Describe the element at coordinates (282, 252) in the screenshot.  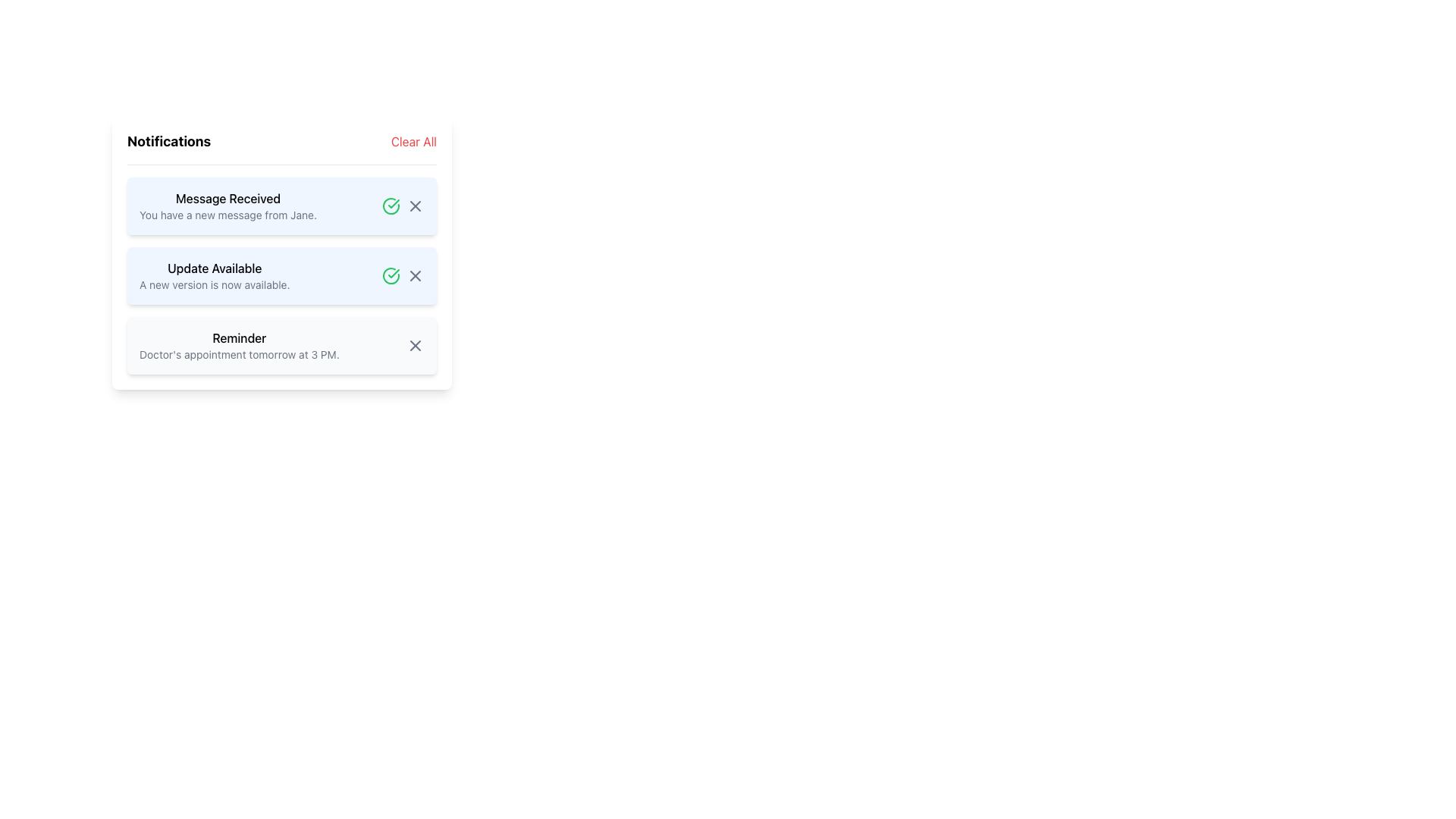
I see `the 'Update Available' notification card which is the second item in the group of notifications, located below the 'Message Received' card and above the 'Reminder' card, for further details` at that location.